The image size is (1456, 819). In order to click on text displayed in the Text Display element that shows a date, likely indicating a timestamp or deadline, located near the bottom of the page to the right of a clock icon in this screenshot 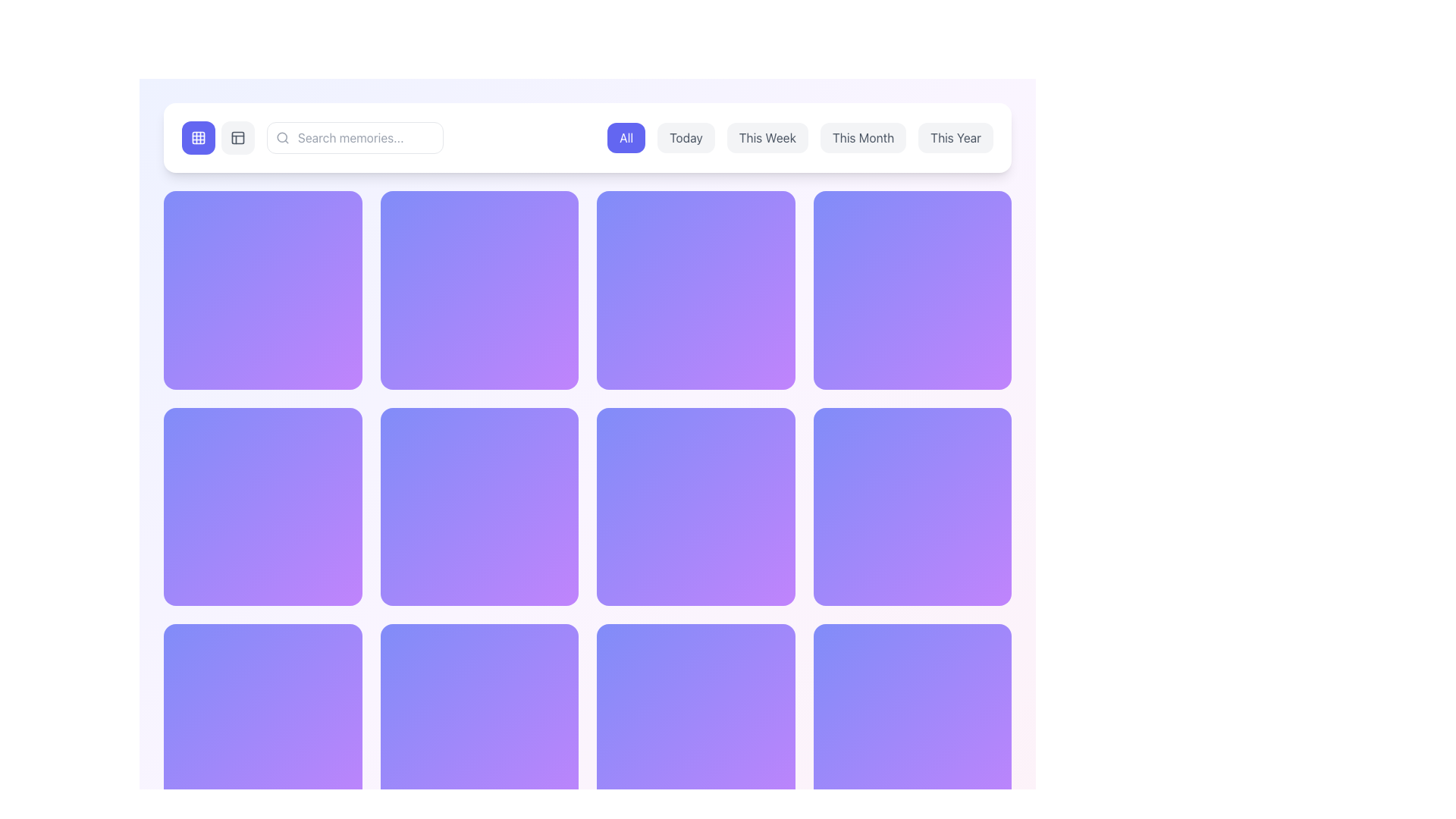, I will do `click(439, 784)`.